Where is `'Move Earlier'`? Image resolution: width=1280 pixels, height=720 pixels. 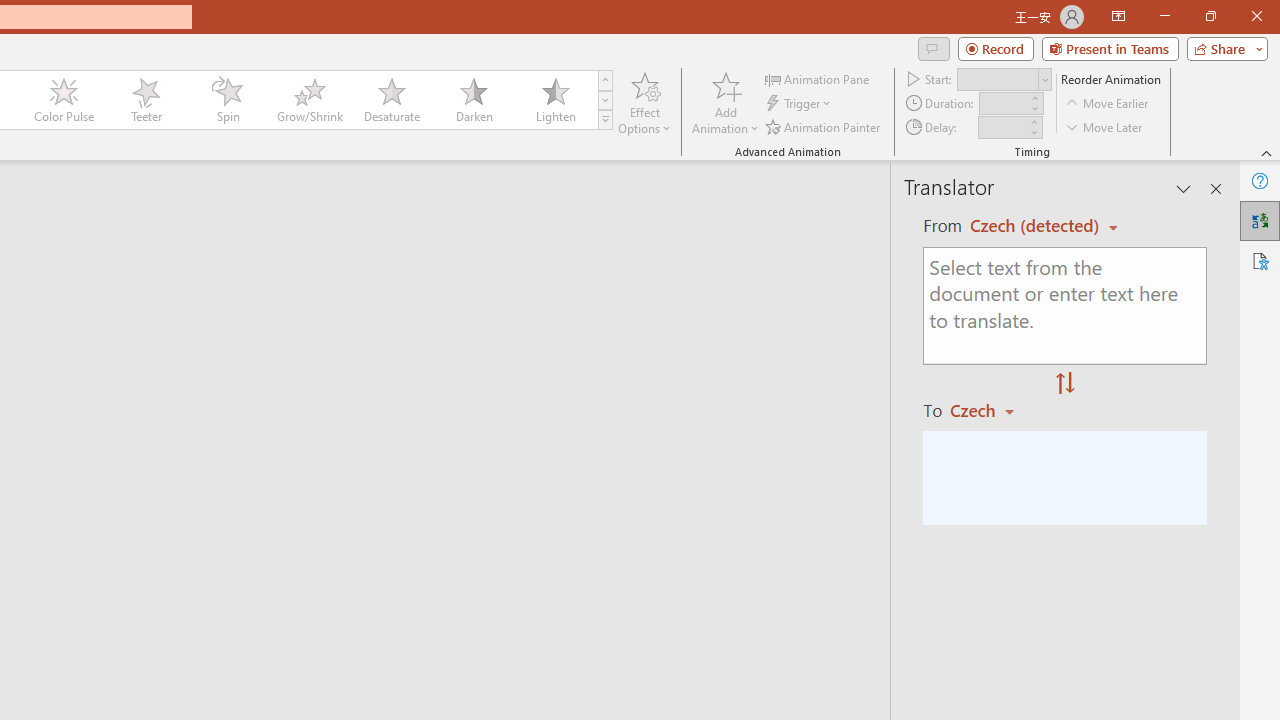
'Move Earlier' is located at coordinates (1106, 103).